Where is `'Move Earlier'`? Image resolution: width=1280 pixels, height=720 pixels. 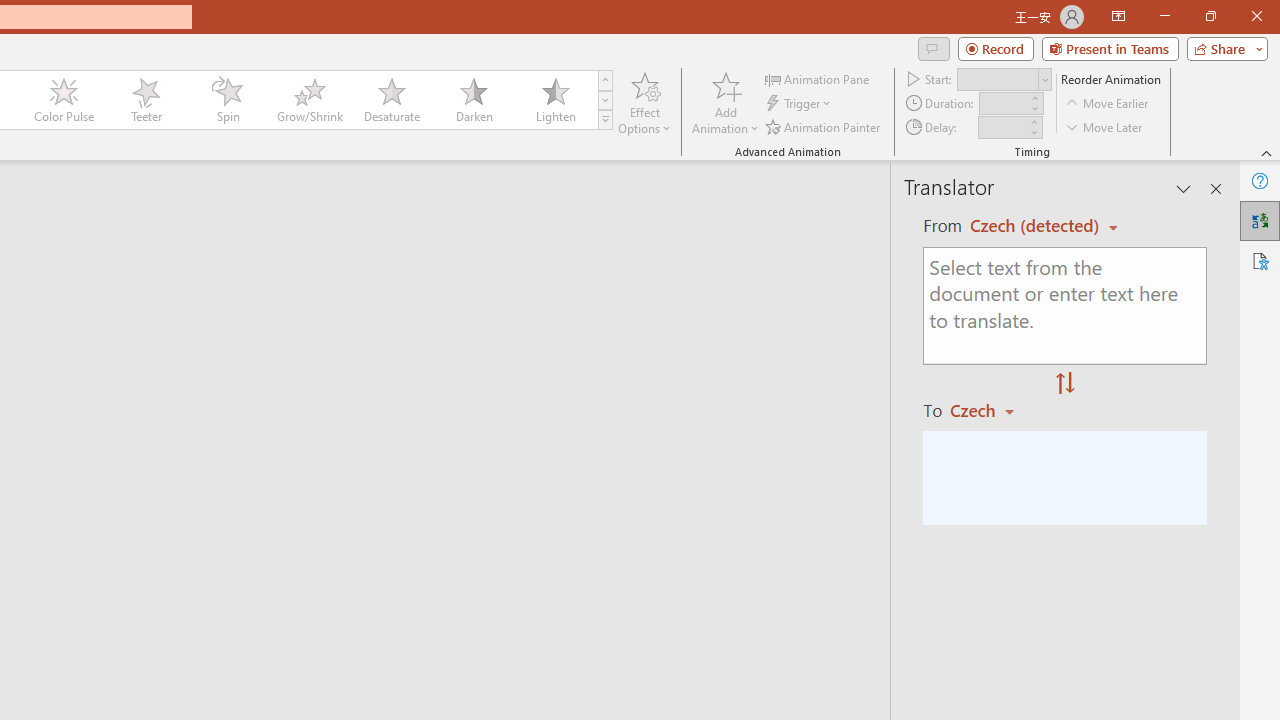
'Move Earlier' is located at coordinates (1106, 103).